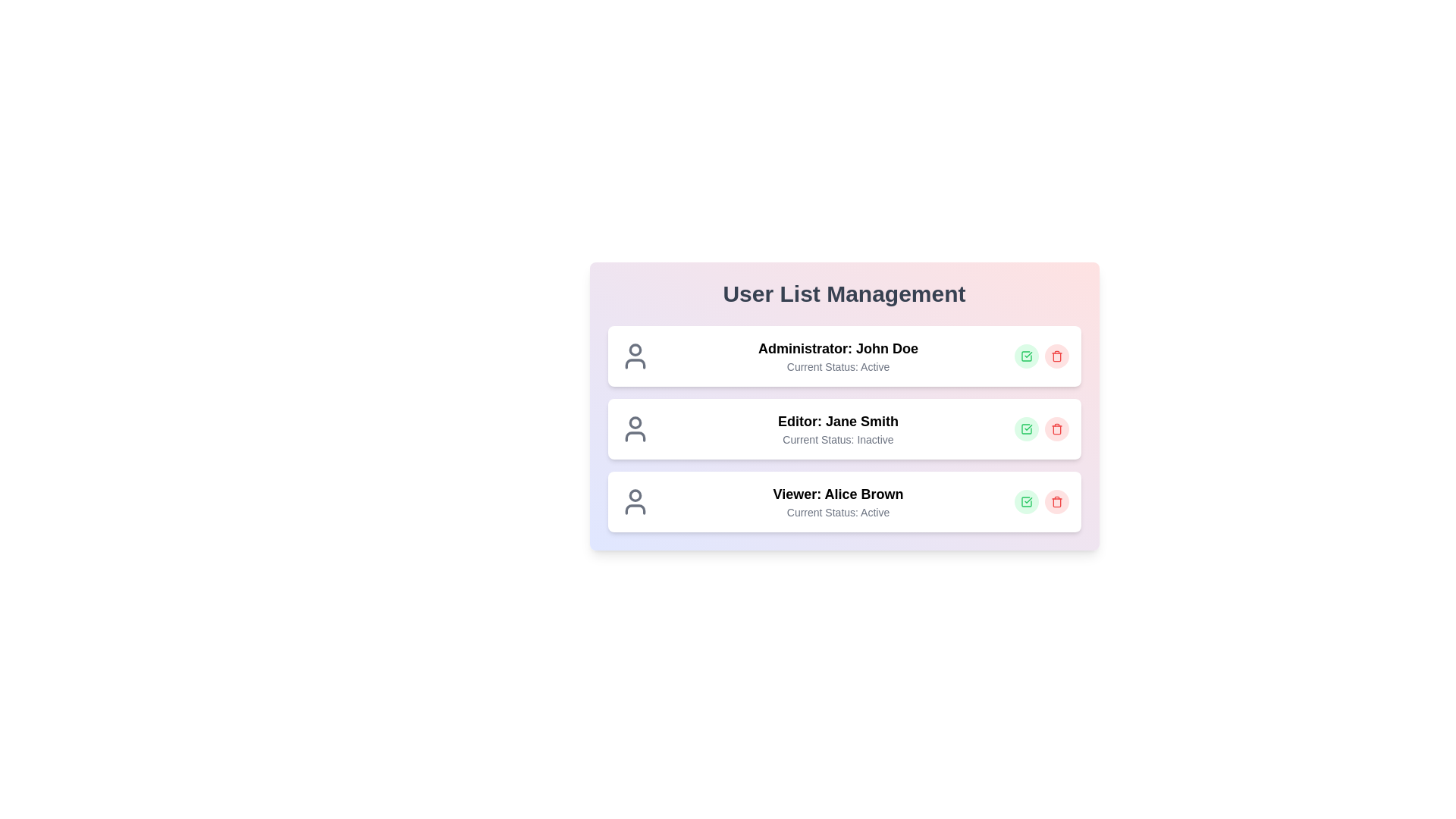 The height and width of the screenshot is (819, 1456). What do you see at coordinates (1026, 429) in the screenshot?
I see `the approval button with a light green background and check mark icon, located to the right of 'Editor: Jane Smith' in the user list management area` at bounding box center [1026, 429].